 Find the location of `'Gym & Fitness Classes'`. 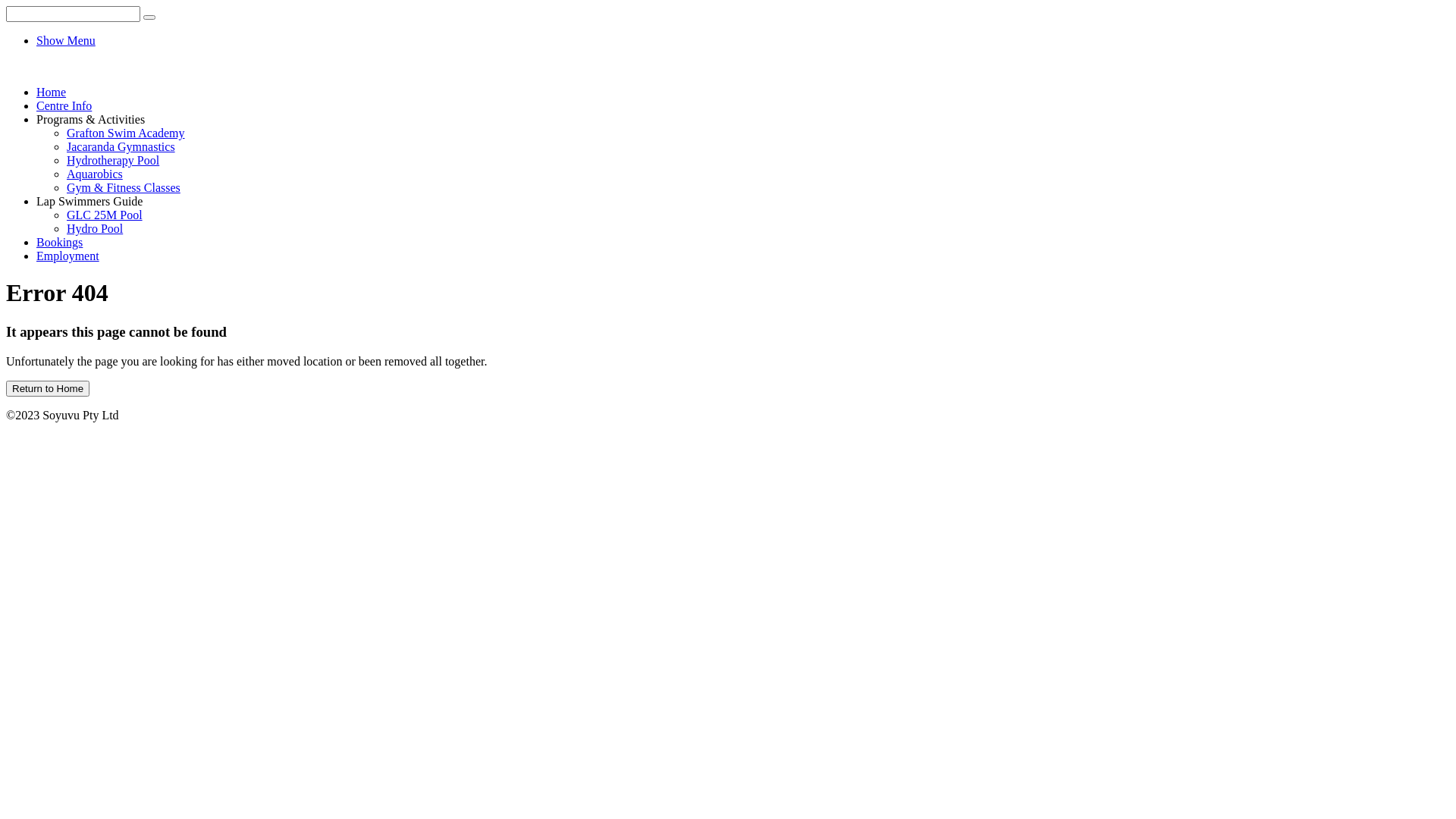

'Gym & Fitness Classes' is located at coordinates (124, 187).